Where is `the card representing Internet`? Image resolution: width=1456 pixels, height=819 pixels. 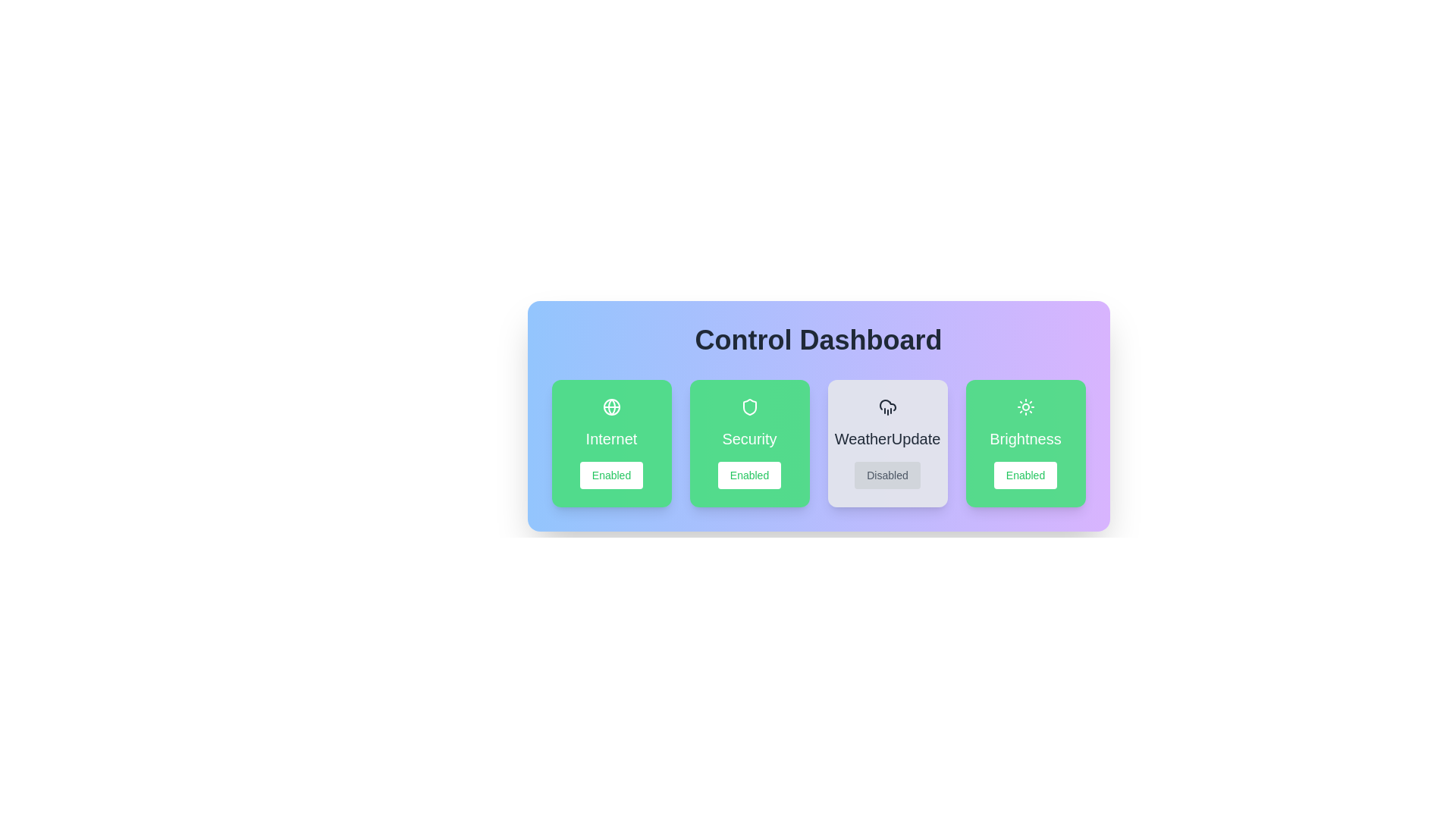
the card representing Internet is located at coordinates (611, 444).